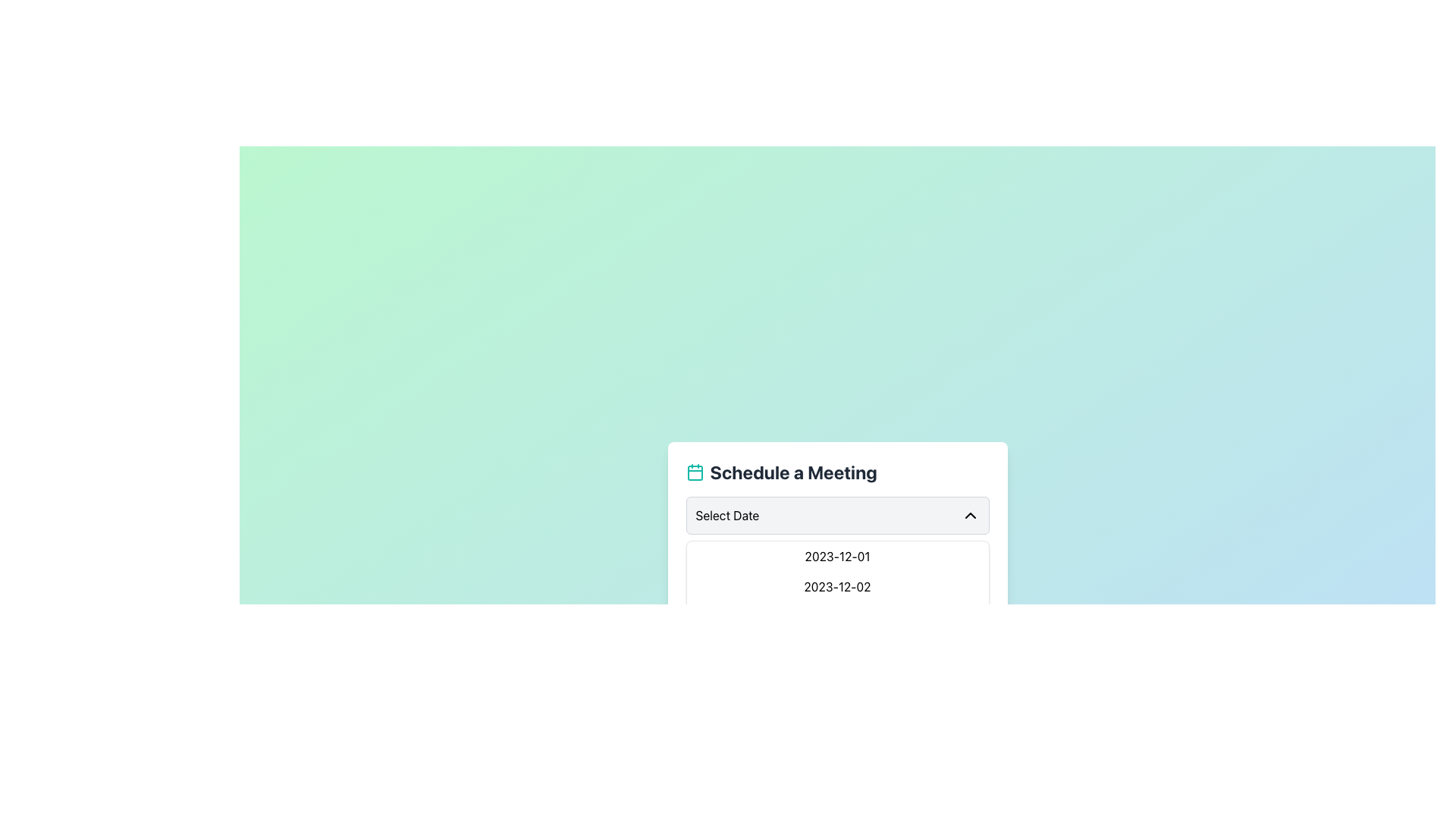 The height and width of the screenshot is (819, 1456). I want to click on the selectable date option '2023-12-01' in the dropdown menu, so click(836, 556).